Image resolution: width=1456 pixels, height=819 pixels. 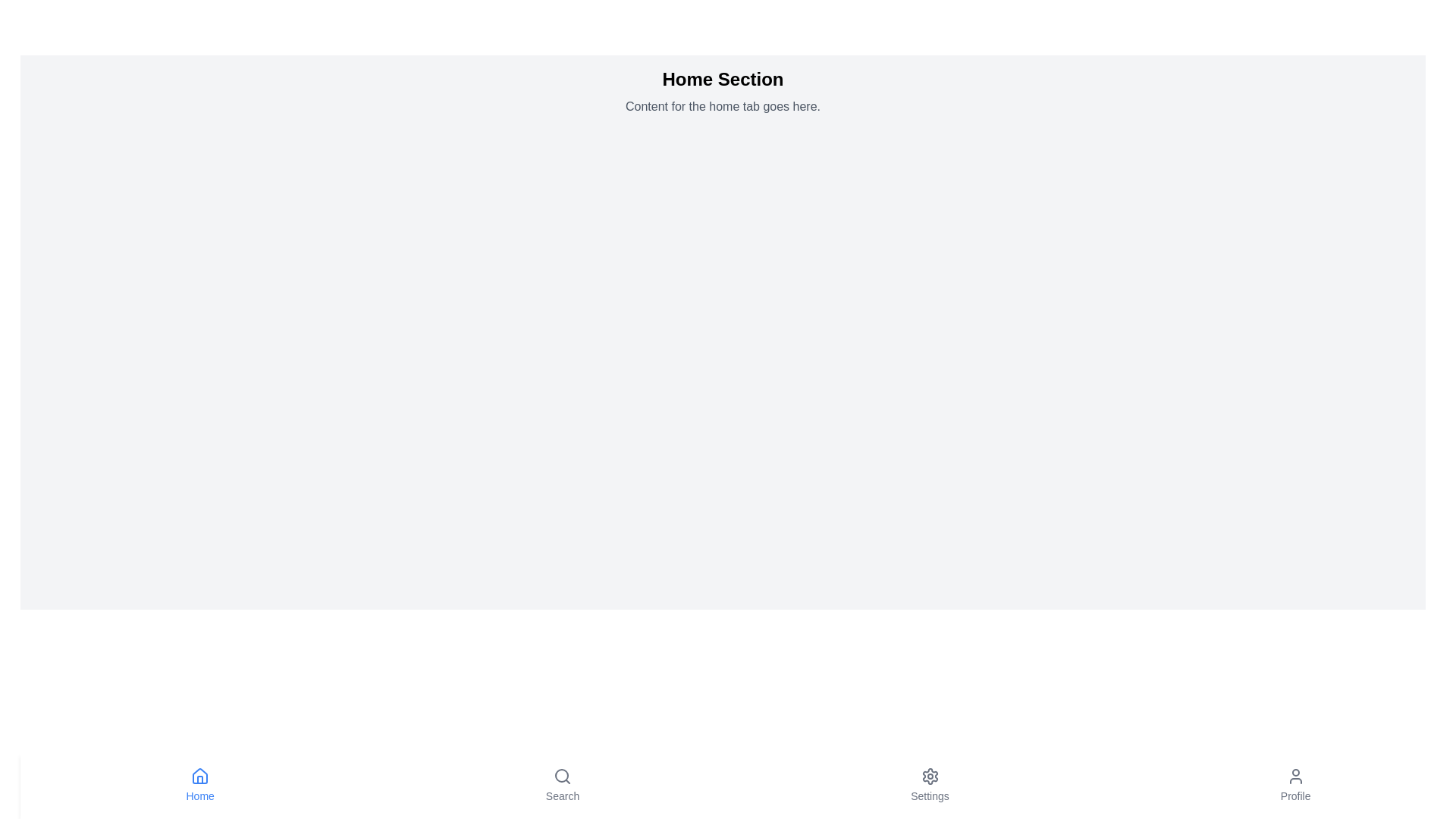 What do you see at coordinates (199, 795) in the screenshot?
I see `the 'Home' text label in the bottom navigation bar, which is the first item from the left and displays the word 'Home' in small blue font` at bounding box center [199, 795].